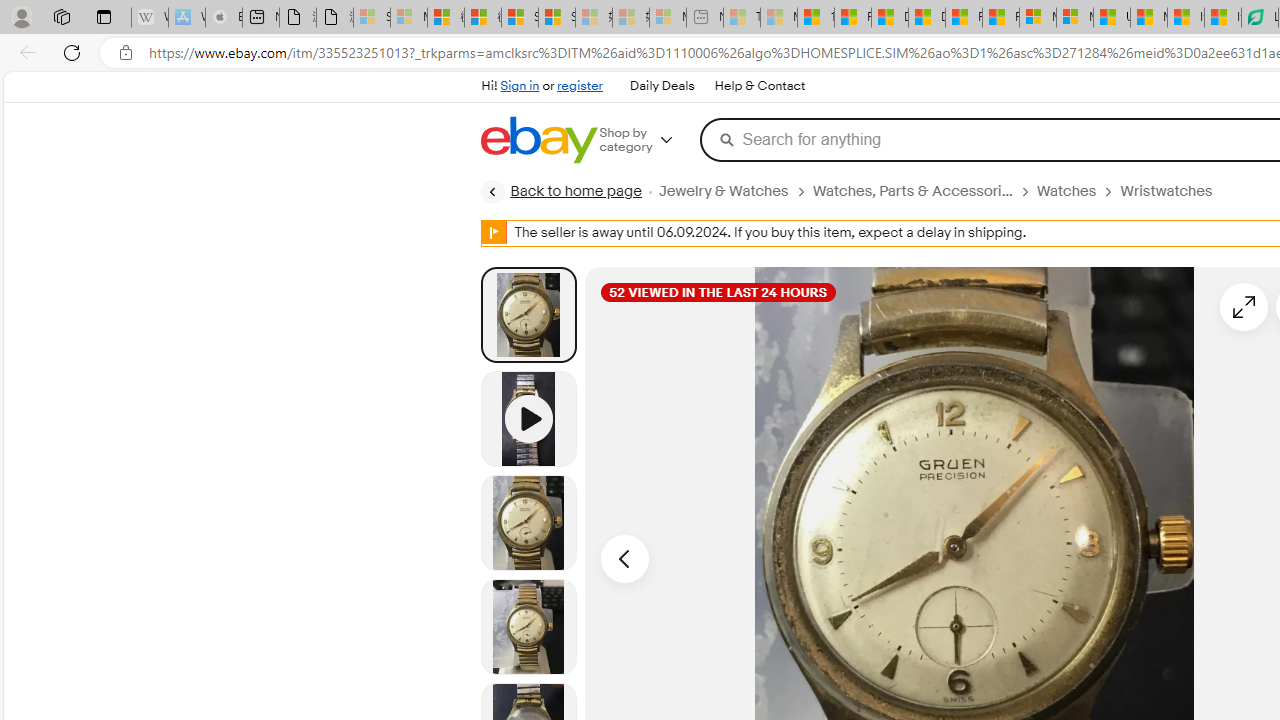 The width and height of the screenshot is (1280, 720). Describe the element at coordinates (224, 17) in the screenshot. I see `'Buy iPad - Apple - Sleeping'` at that location.